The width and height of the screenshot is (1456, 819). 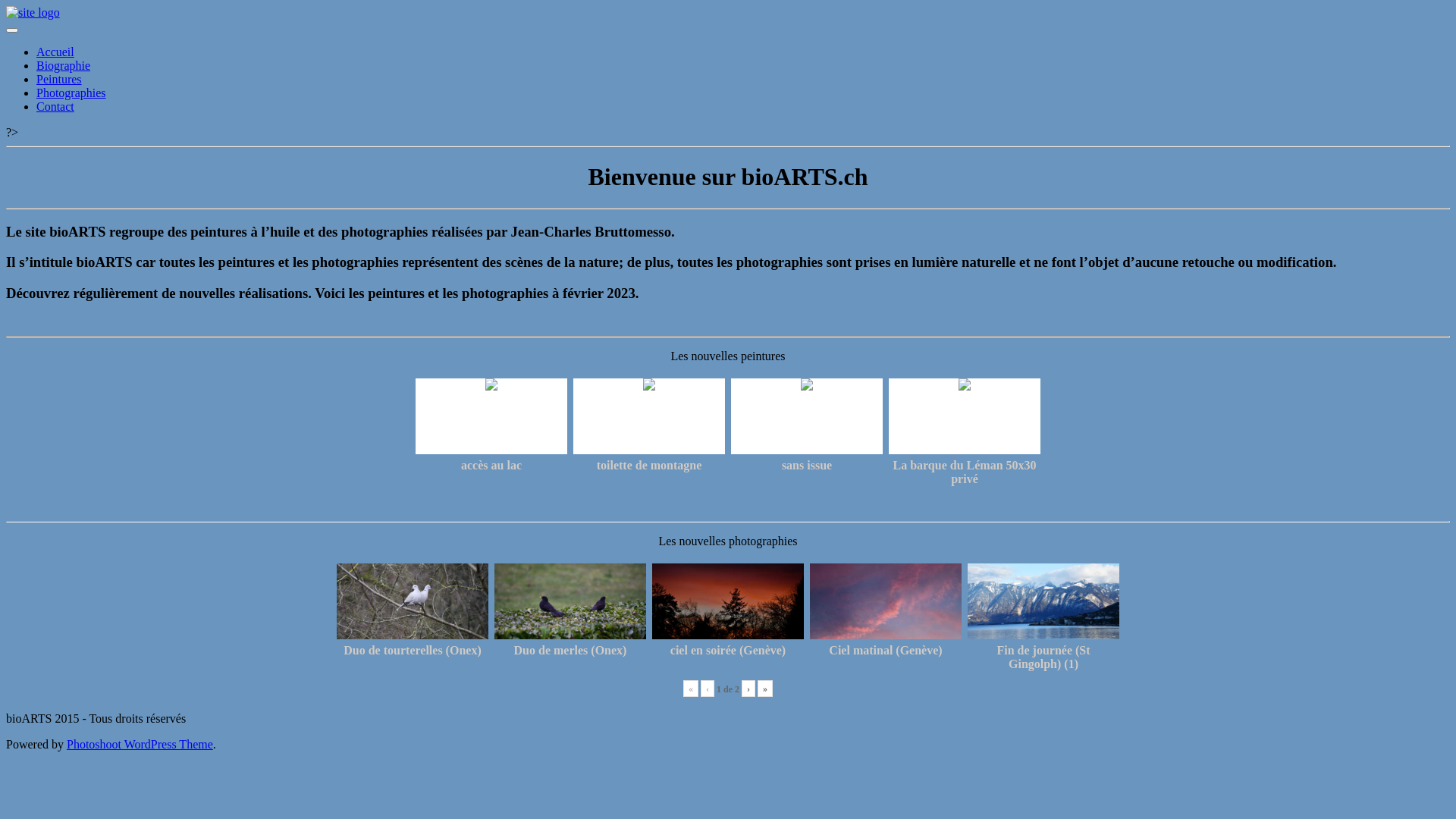 What do you see at coordinates (55, 105) in the screenshot?
I see `'Contact'` at bounding box center [55, 105].